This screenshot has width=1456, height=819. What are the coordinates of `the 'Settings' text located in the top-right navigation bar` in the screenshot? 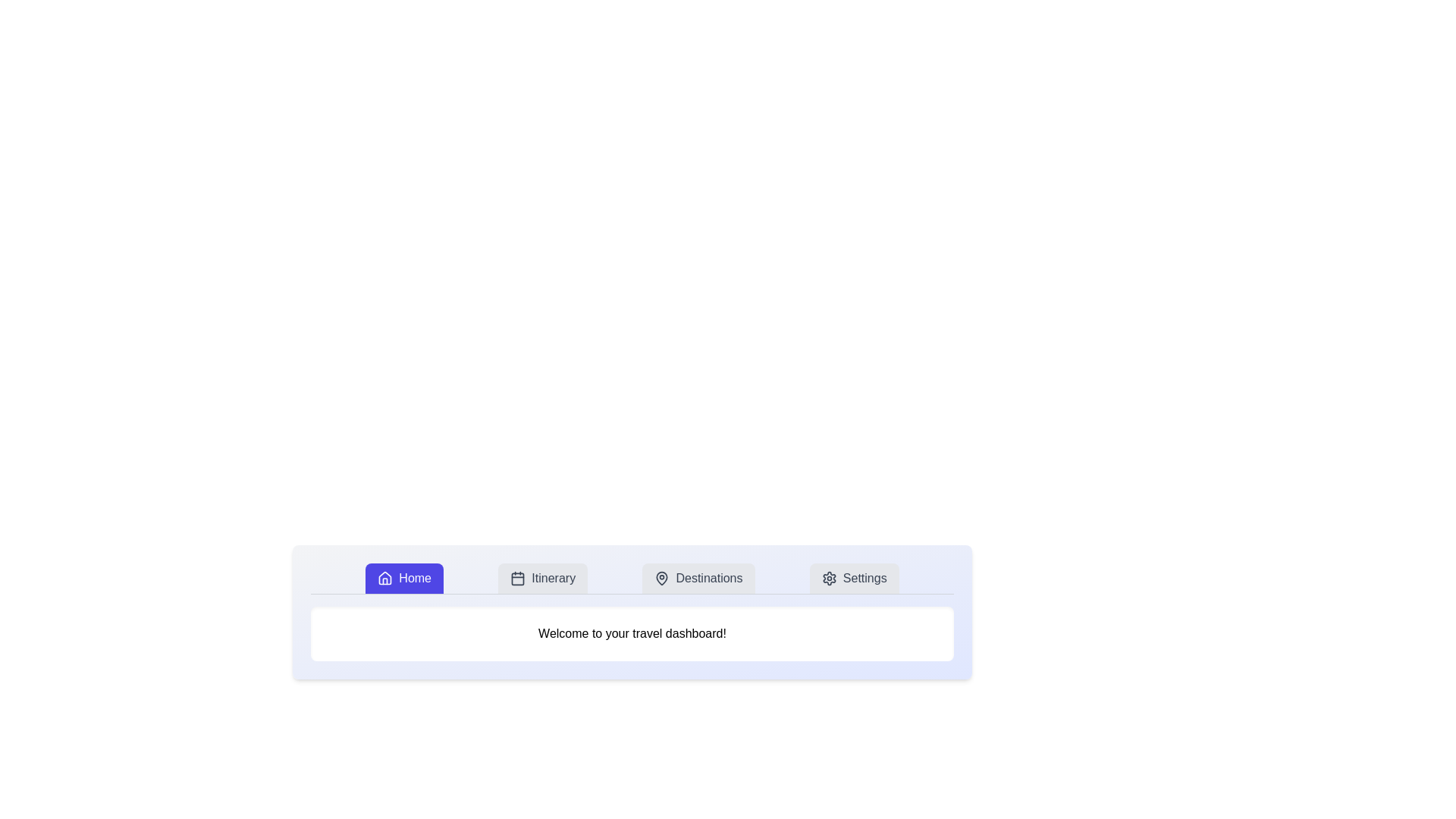 It's located at (864, 579).